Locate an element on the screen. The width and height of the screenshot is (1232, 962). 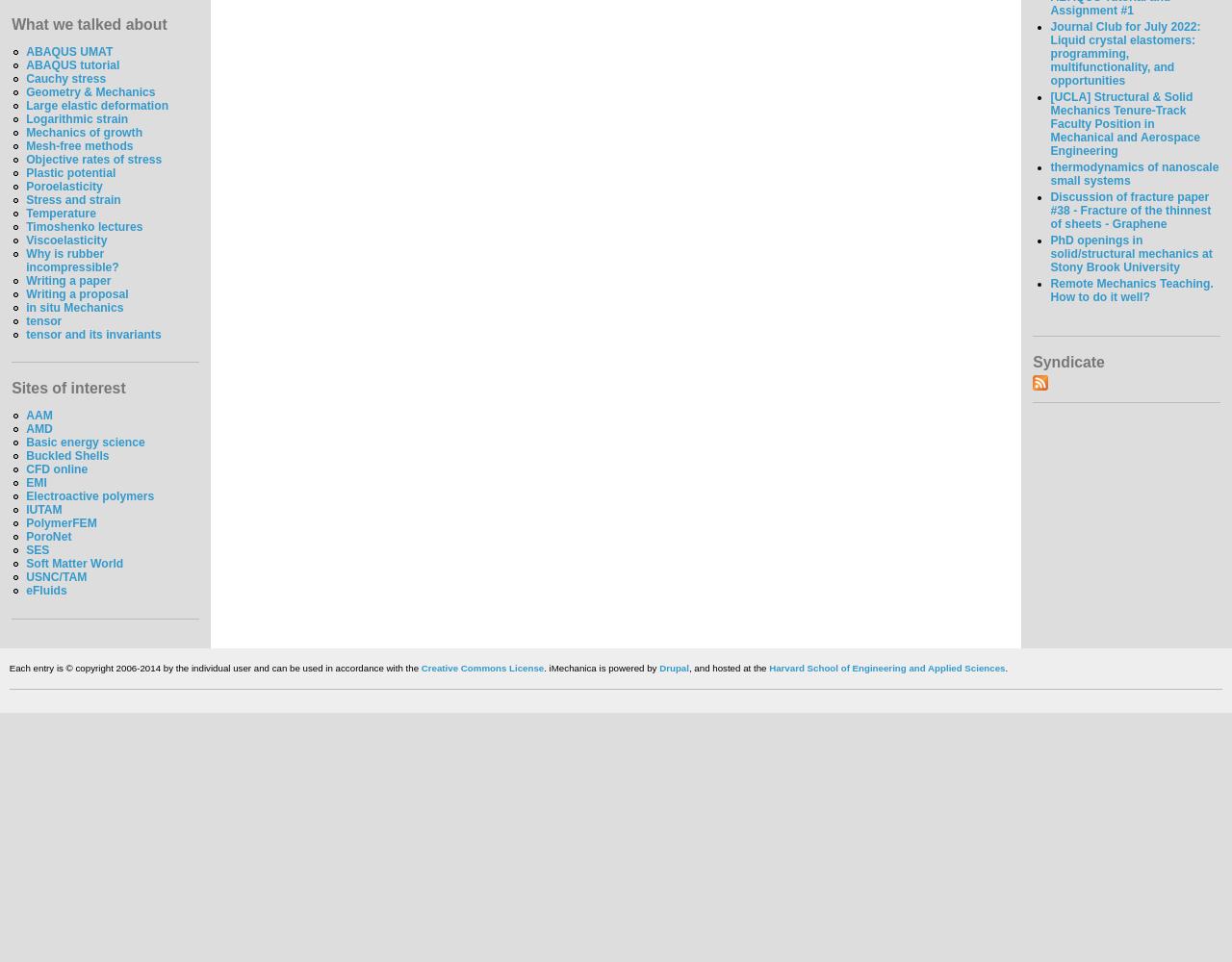
'What we talked about' is located at coordinates (88, 23).